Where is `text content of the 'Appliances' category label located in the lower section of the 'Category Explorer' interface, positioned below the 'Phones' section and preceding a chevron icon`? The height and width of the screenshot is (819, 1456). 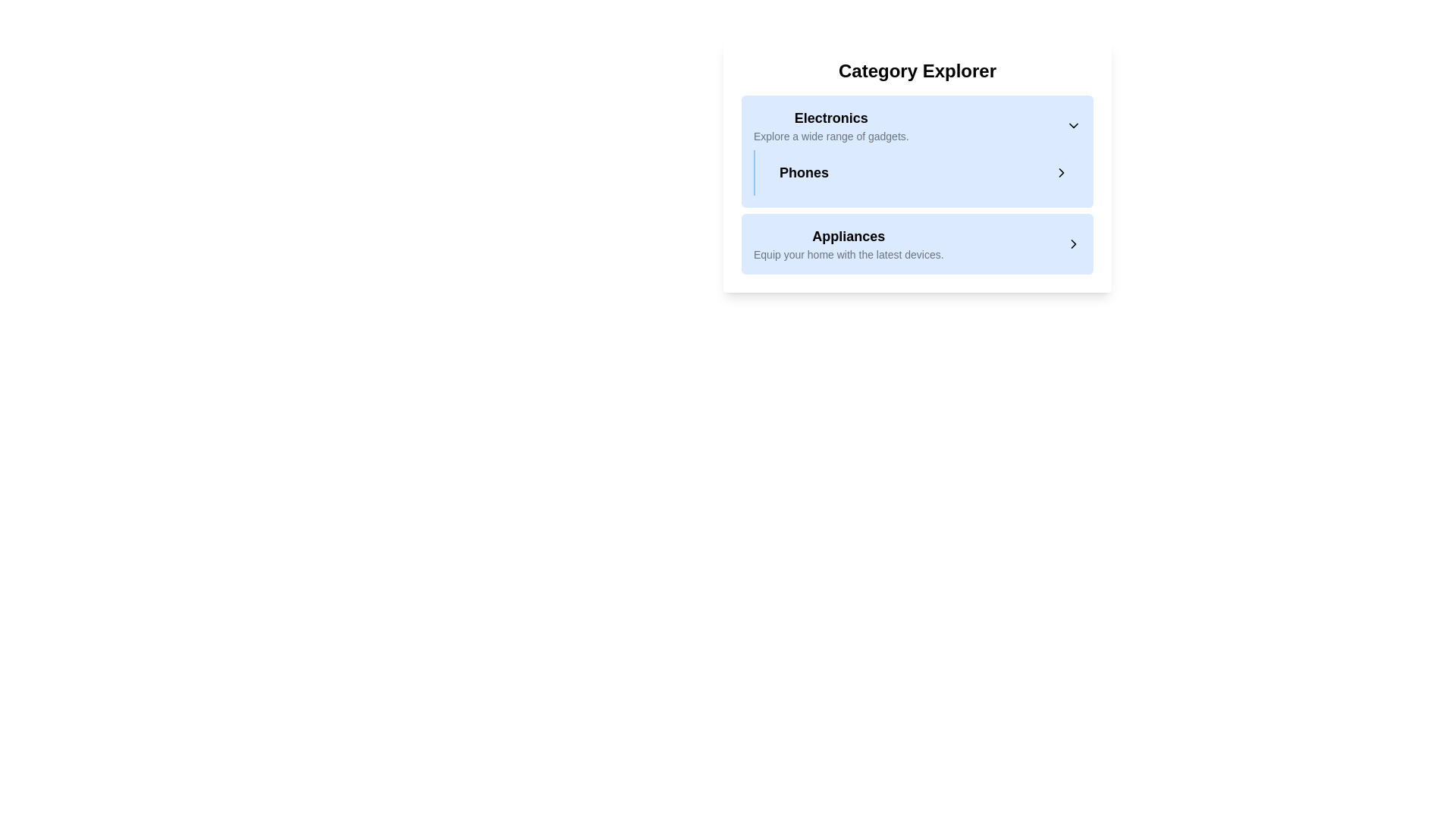
text content of the 'Appliances' category label located in the lower section of the 'Category Explorer' interface, positioned below the 'Phones' section and preceding a chevron icon is located at coordinates (848, 243).